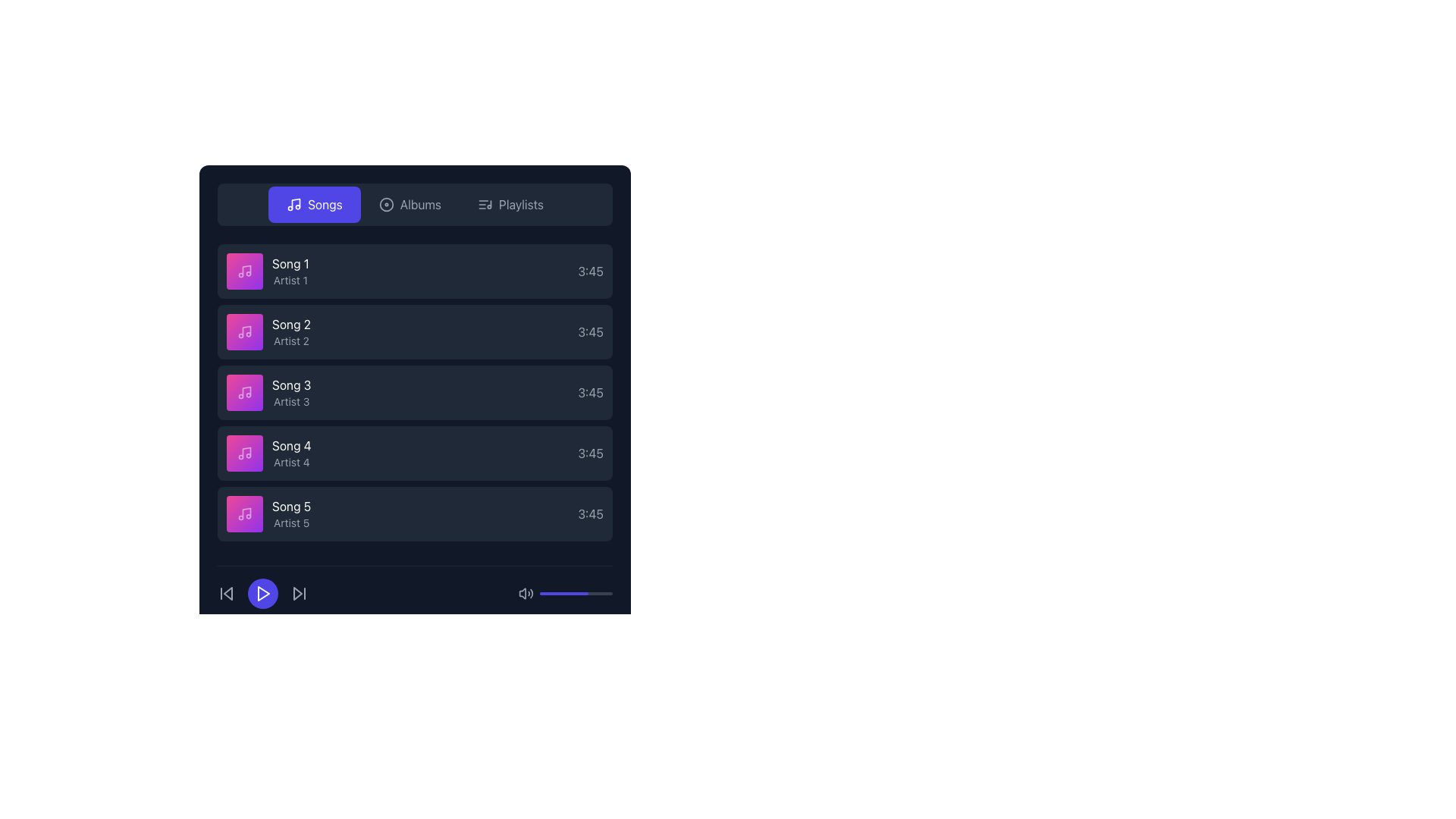 This screenshot has width=1456, height=819. What do you see at coordinates (244, 271) in the screenshot?
I see `the square icon with a gradient background and a white musical note symbol, positioned to the left of 'Song 1' and 'Artist 1'` at bounding box center [244, 271].